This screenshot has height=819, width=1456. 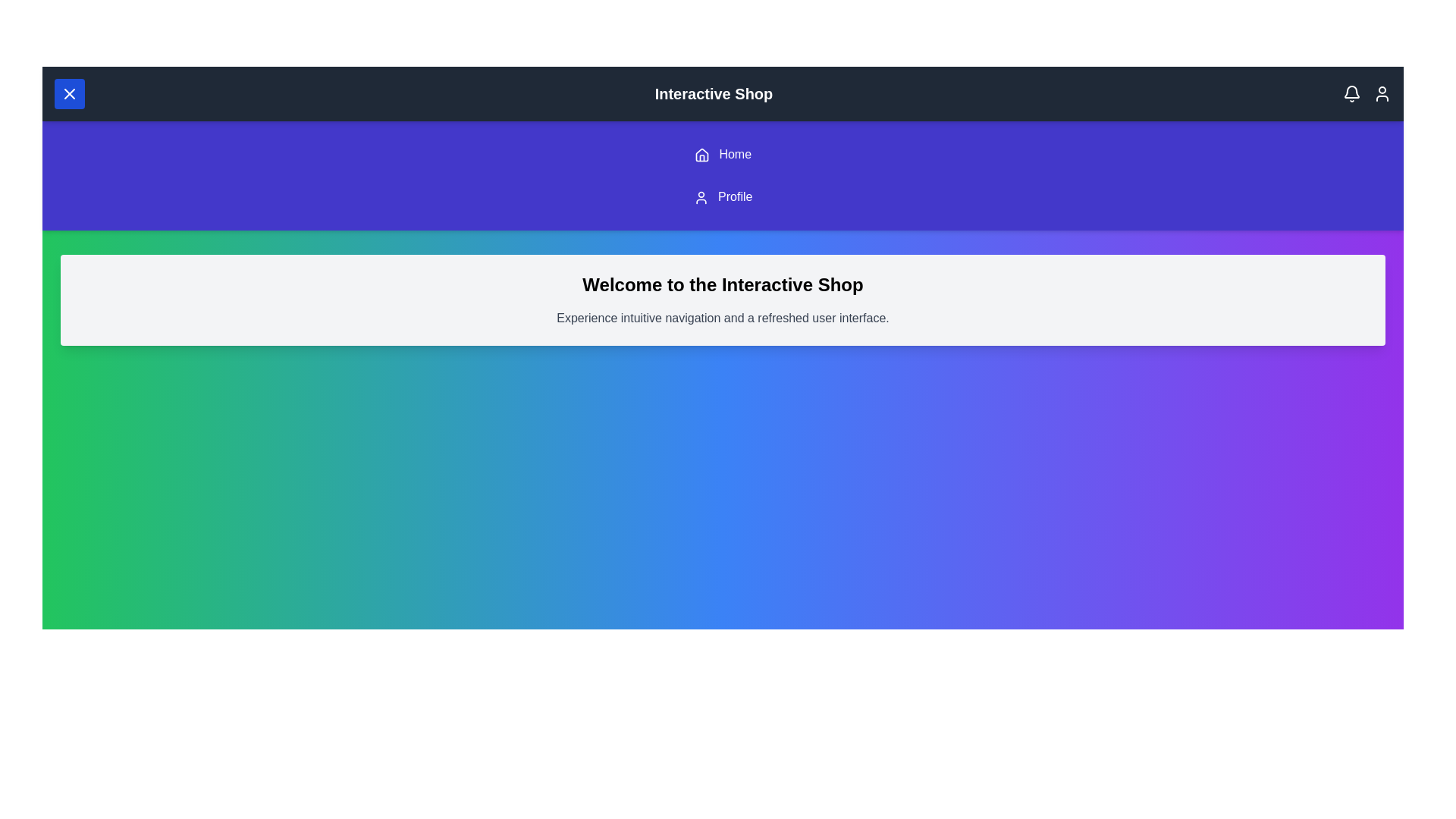 What do you see at coordinates (1351, 93) in the screenshot?
I see `the notification bell icon` at bounding box center [1351, 93].